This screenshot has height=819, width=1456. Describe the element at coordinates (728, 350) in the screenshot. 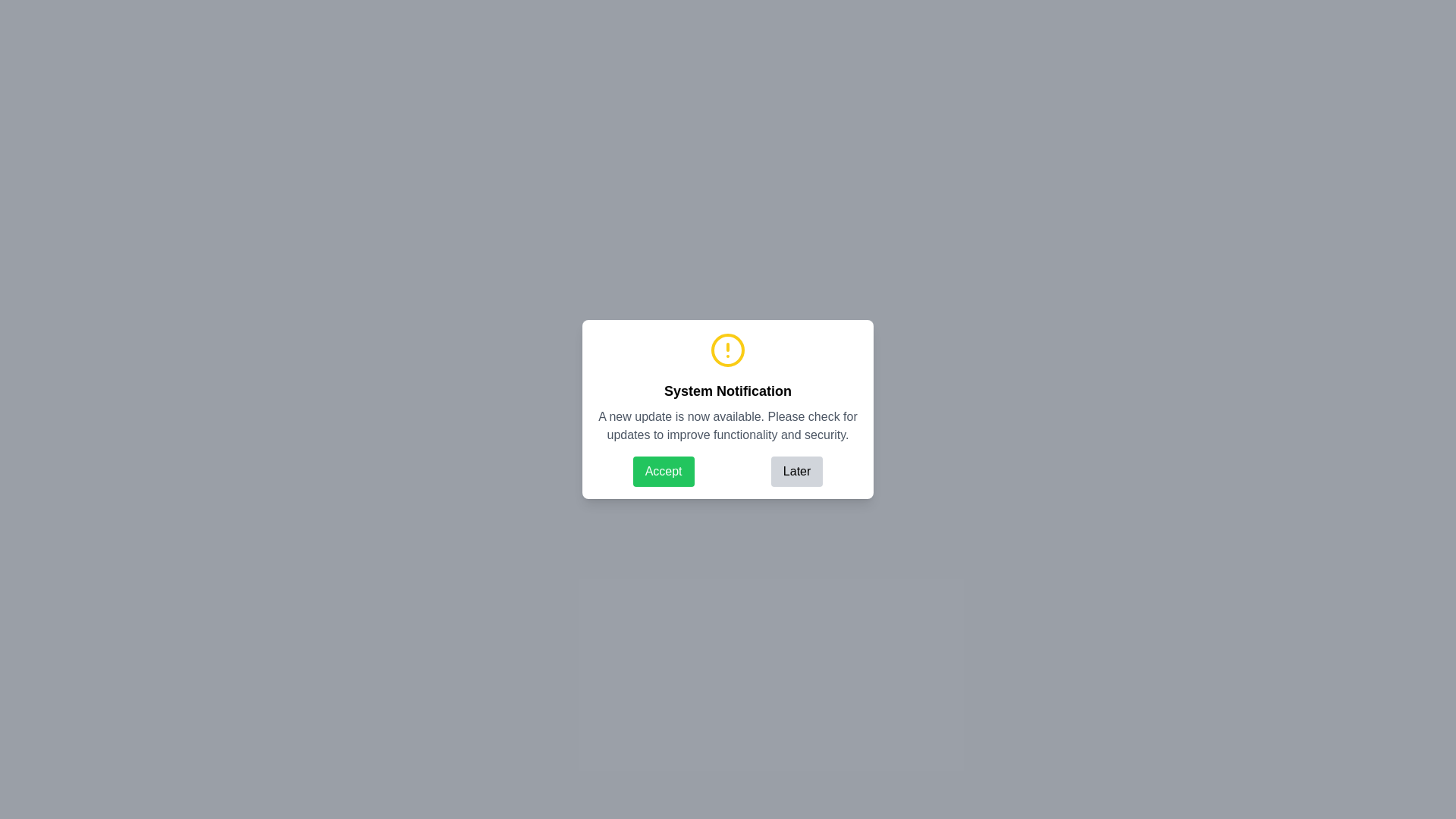

I see `the alert icon located at the top of the notification dialog, above the bold text 'System Notification'` at that location.